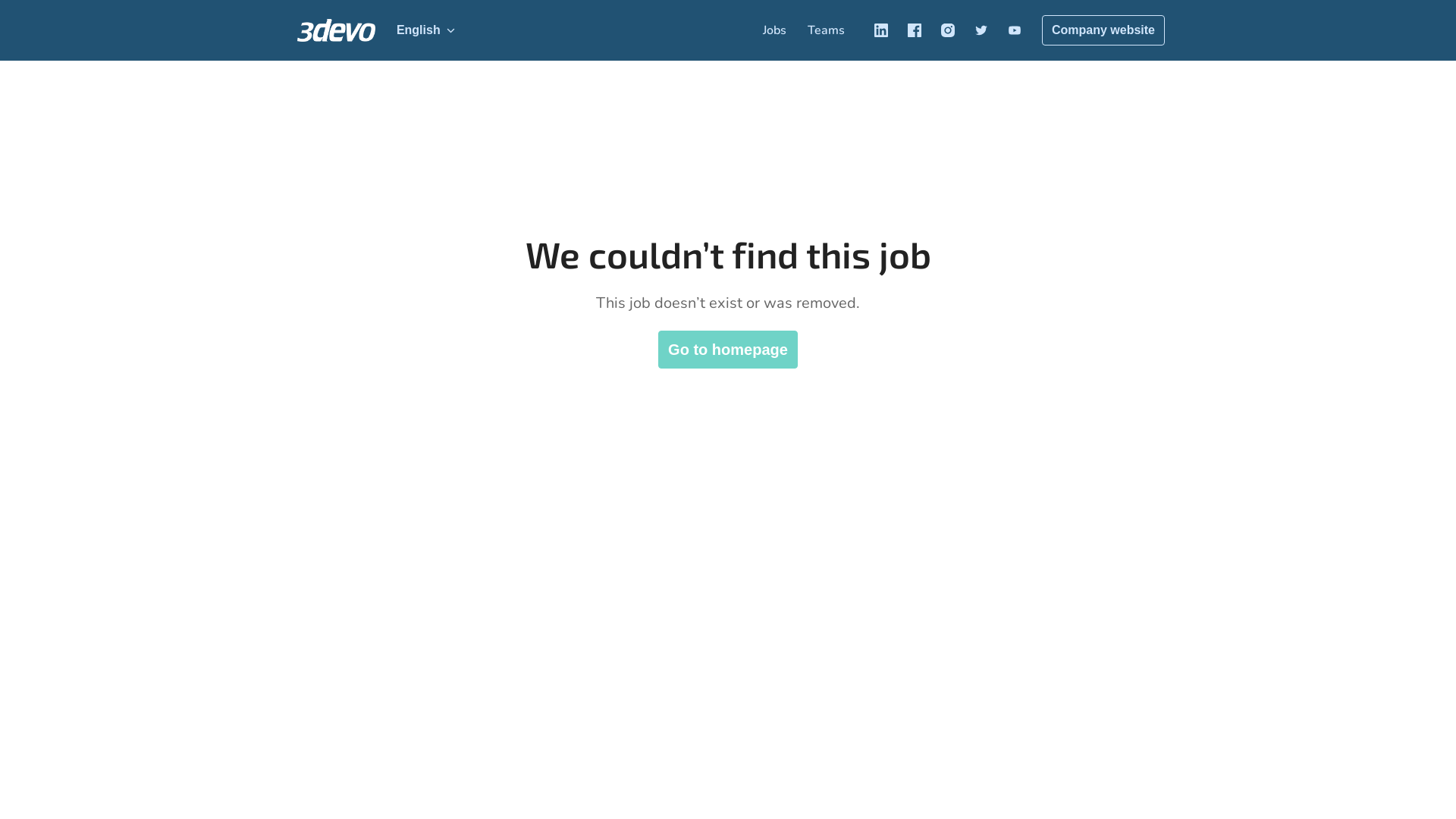  What do you see at coordinates (825, 30) in the screenshot?
I see `'Teams'` at bounding box center [825, 30].